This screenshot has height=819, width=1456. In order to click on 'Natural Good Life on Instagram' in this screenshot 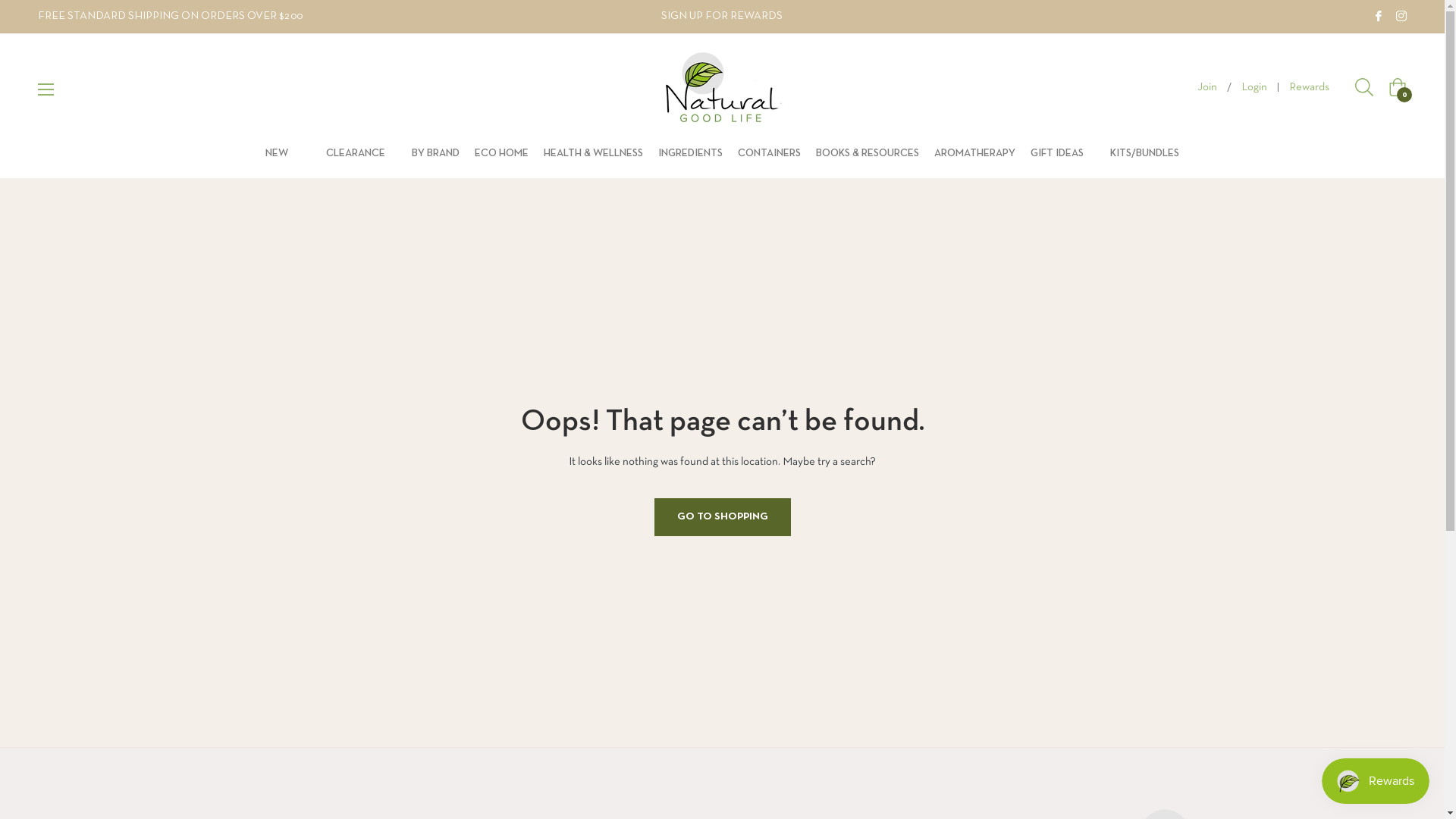, I will do `click(1401, 15)`.